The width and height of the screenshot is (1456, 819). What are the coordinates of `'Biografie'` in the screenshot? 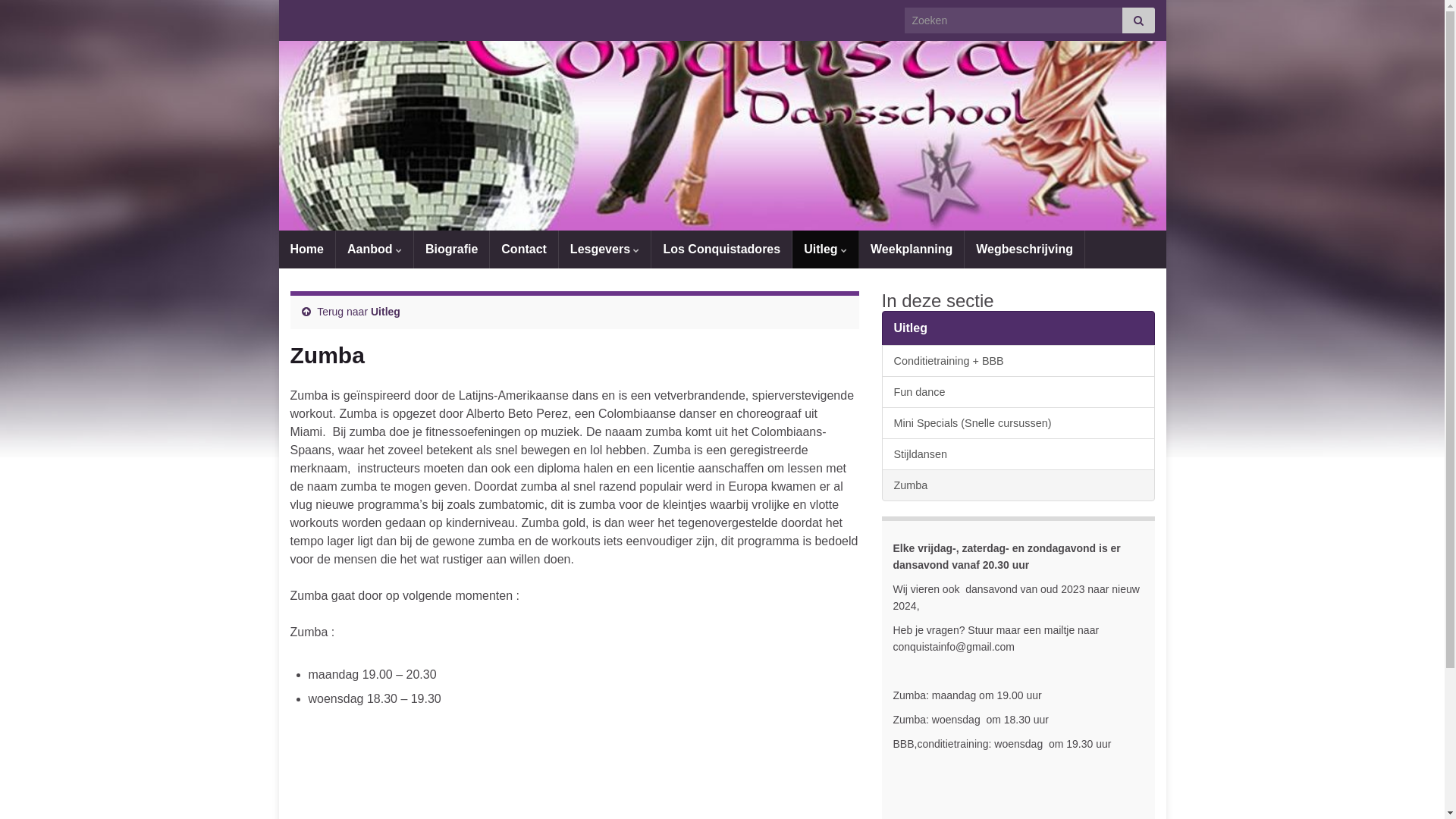 It's located at (450, 248).